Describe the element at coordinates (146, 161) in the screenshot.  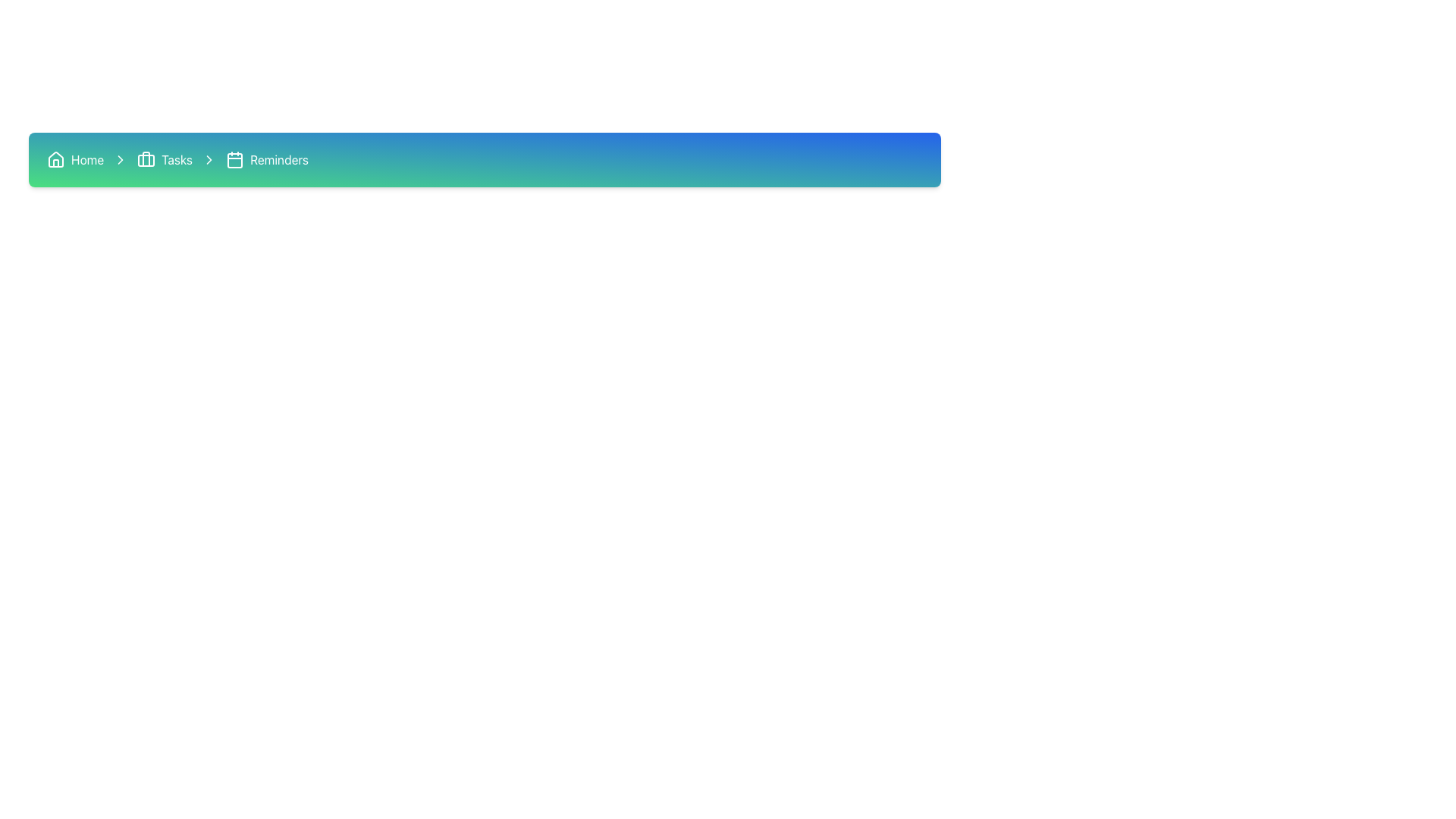
I see `the SVG rectangle element that resembles a briefcase icon, centrally located within the navigation bar near the 'Tasks' text label` at that location.